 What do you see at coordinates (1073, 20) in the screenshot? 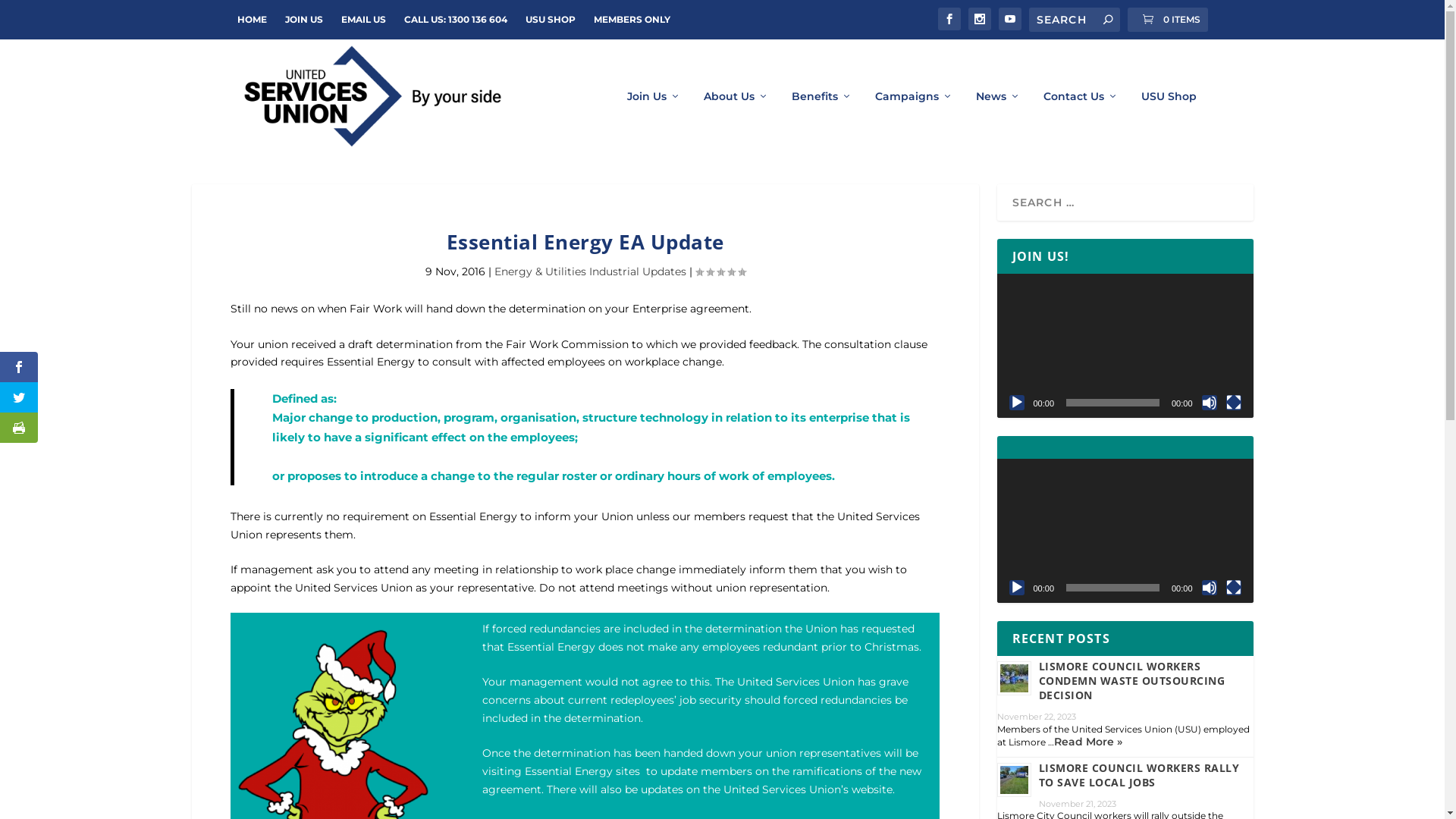
I see `'Search for:'` at bounding box center [1073, 20].